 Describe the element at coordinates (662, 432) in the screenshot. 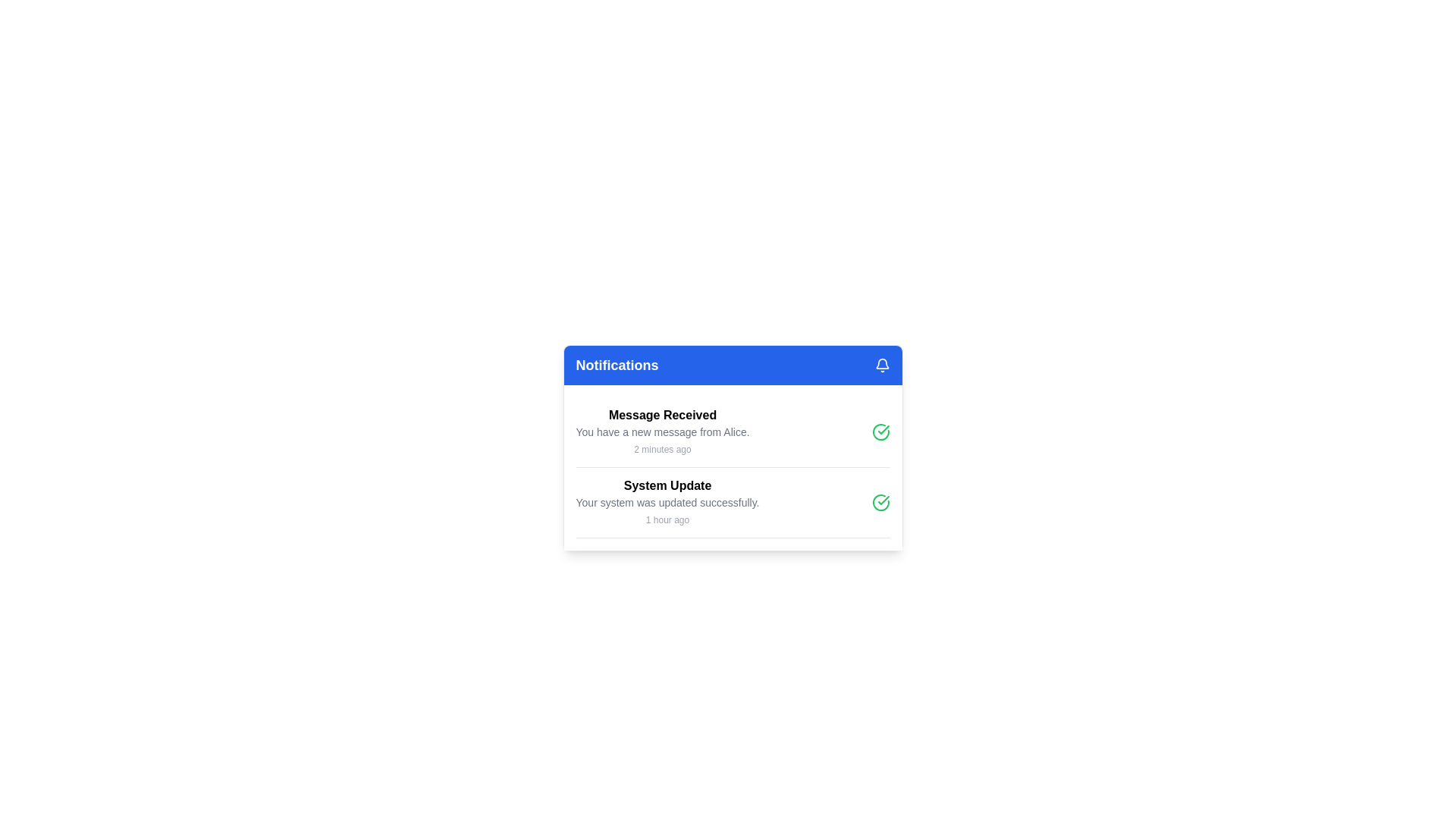

I see `the first notification in the notification panel that informs the user about receiving a new message from Alice` at that location.